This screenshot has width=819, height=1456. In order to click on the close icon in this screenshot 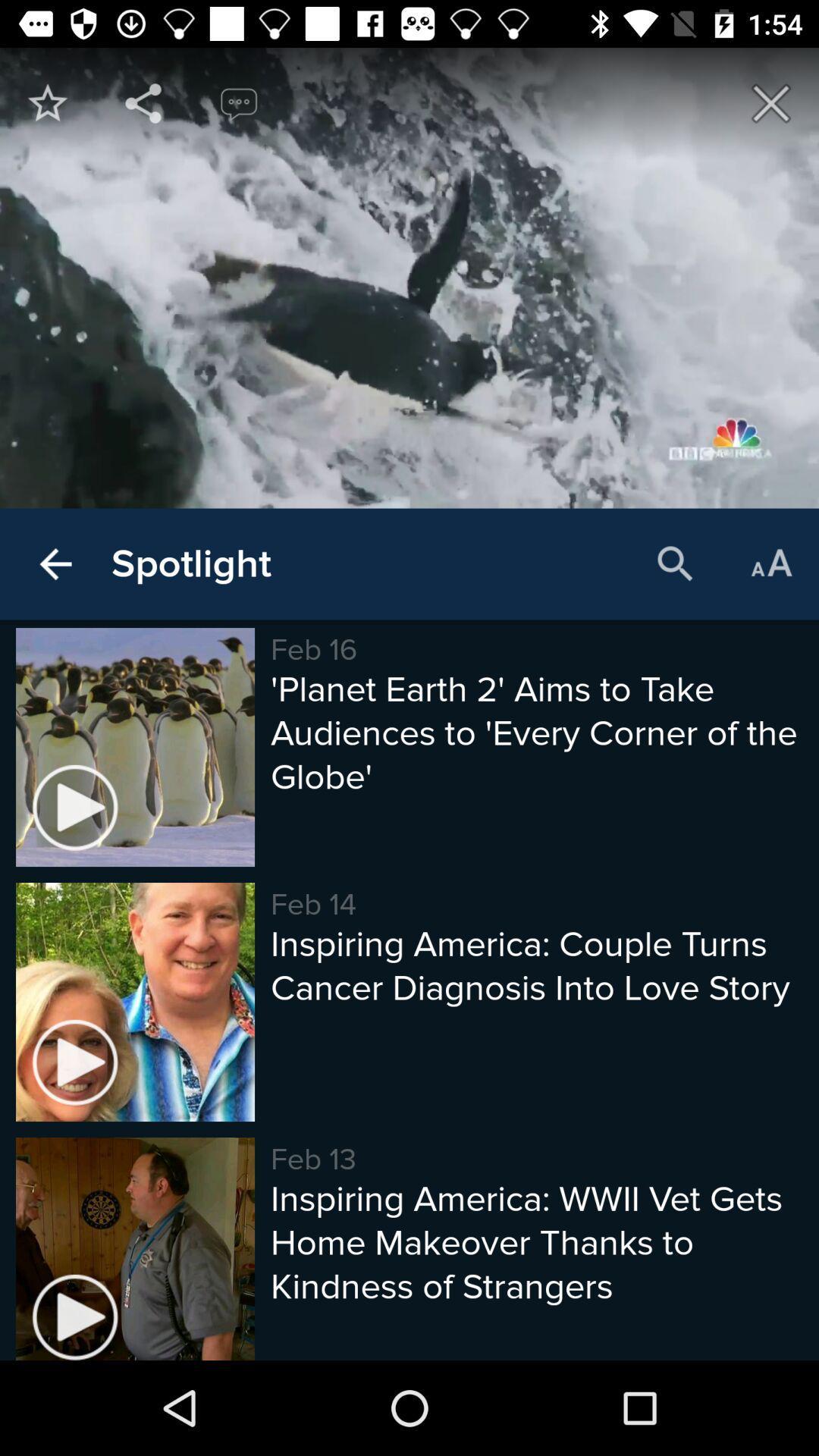, I will do `click(771, 102)`.